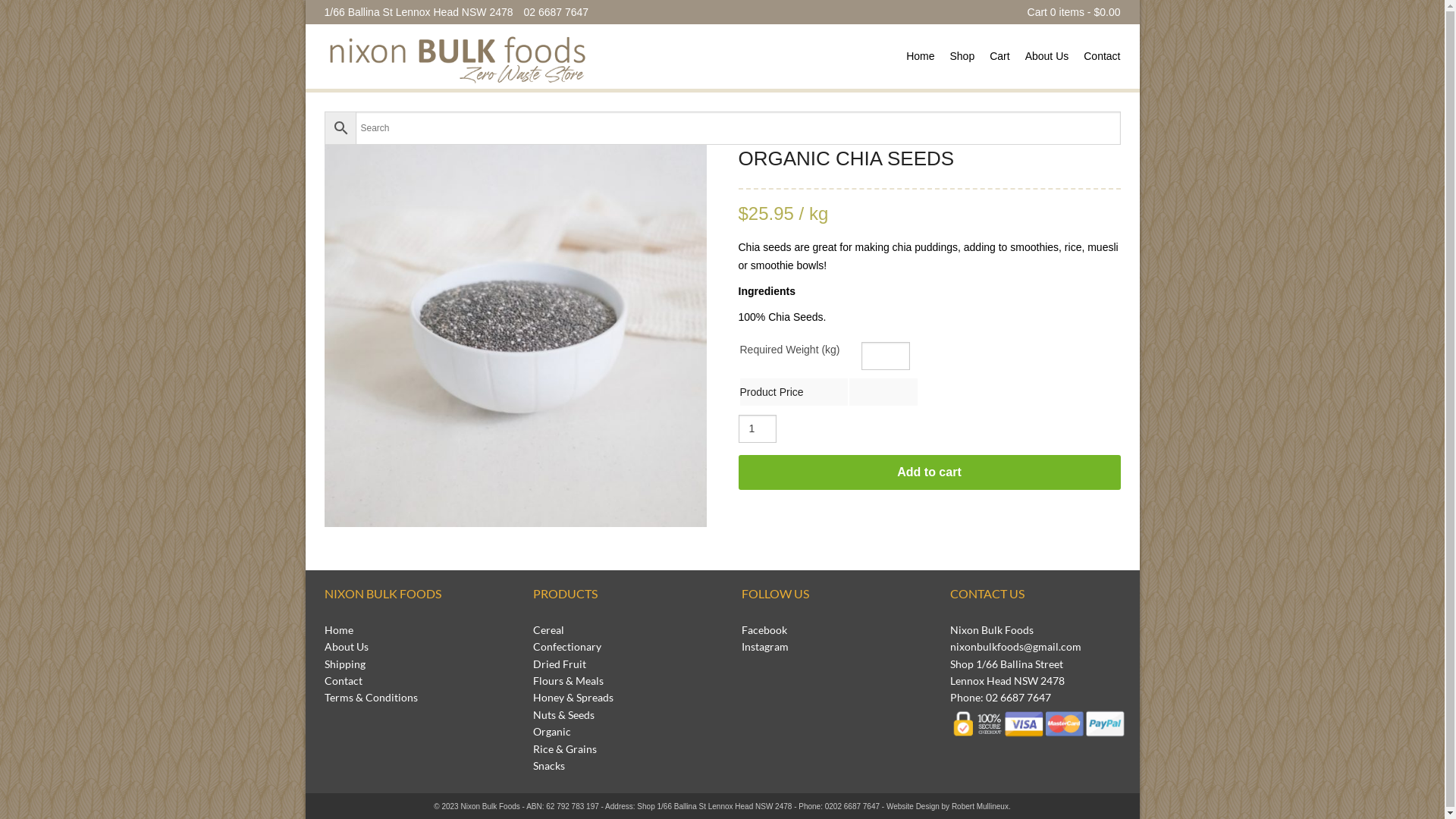 The image size is (1456, 819). I want to click on 'Terms & Conditions', so click(371, 697).